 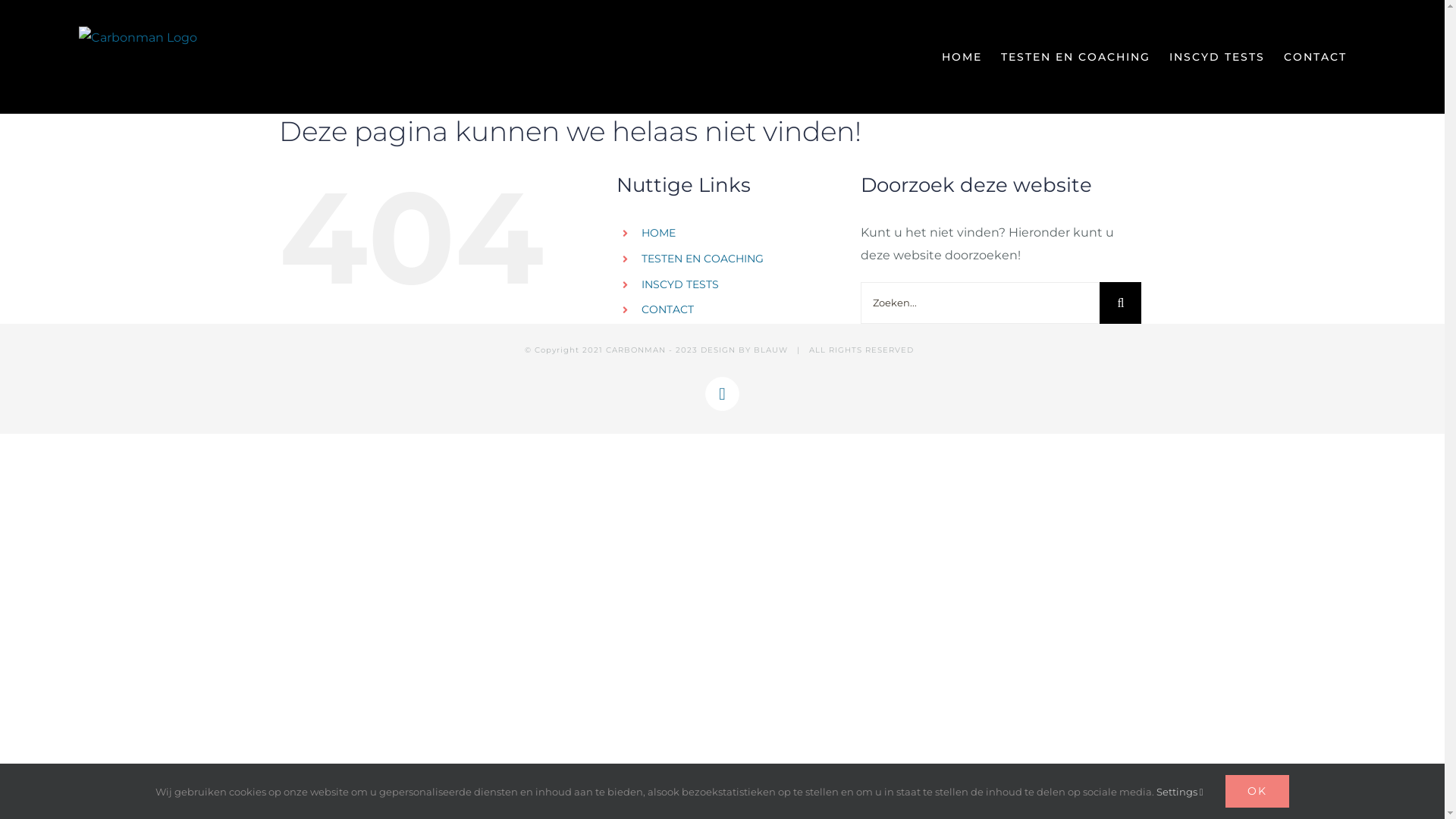 I want to click on 'Settings', so click(x=1178, y=791).